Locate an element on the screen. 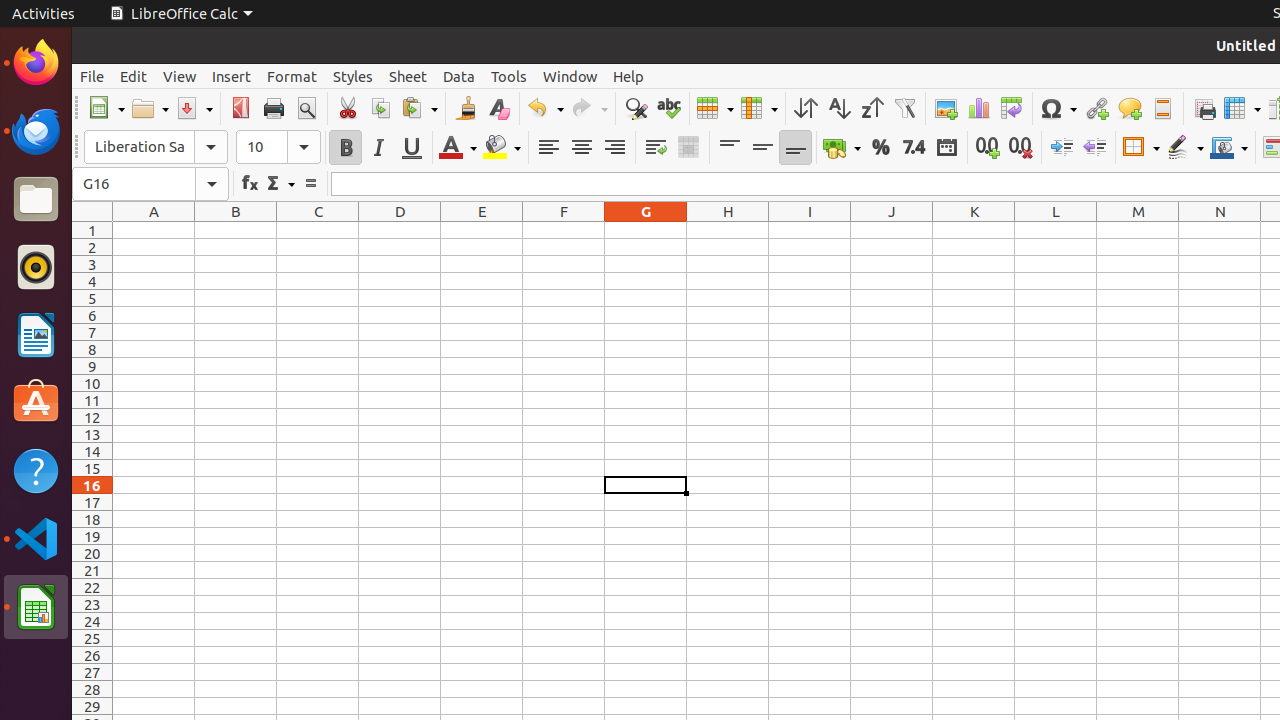 Image resolution: width=1280 pixels, height=720 pixels. 'Sheet' is located at coordinates (406, 75).